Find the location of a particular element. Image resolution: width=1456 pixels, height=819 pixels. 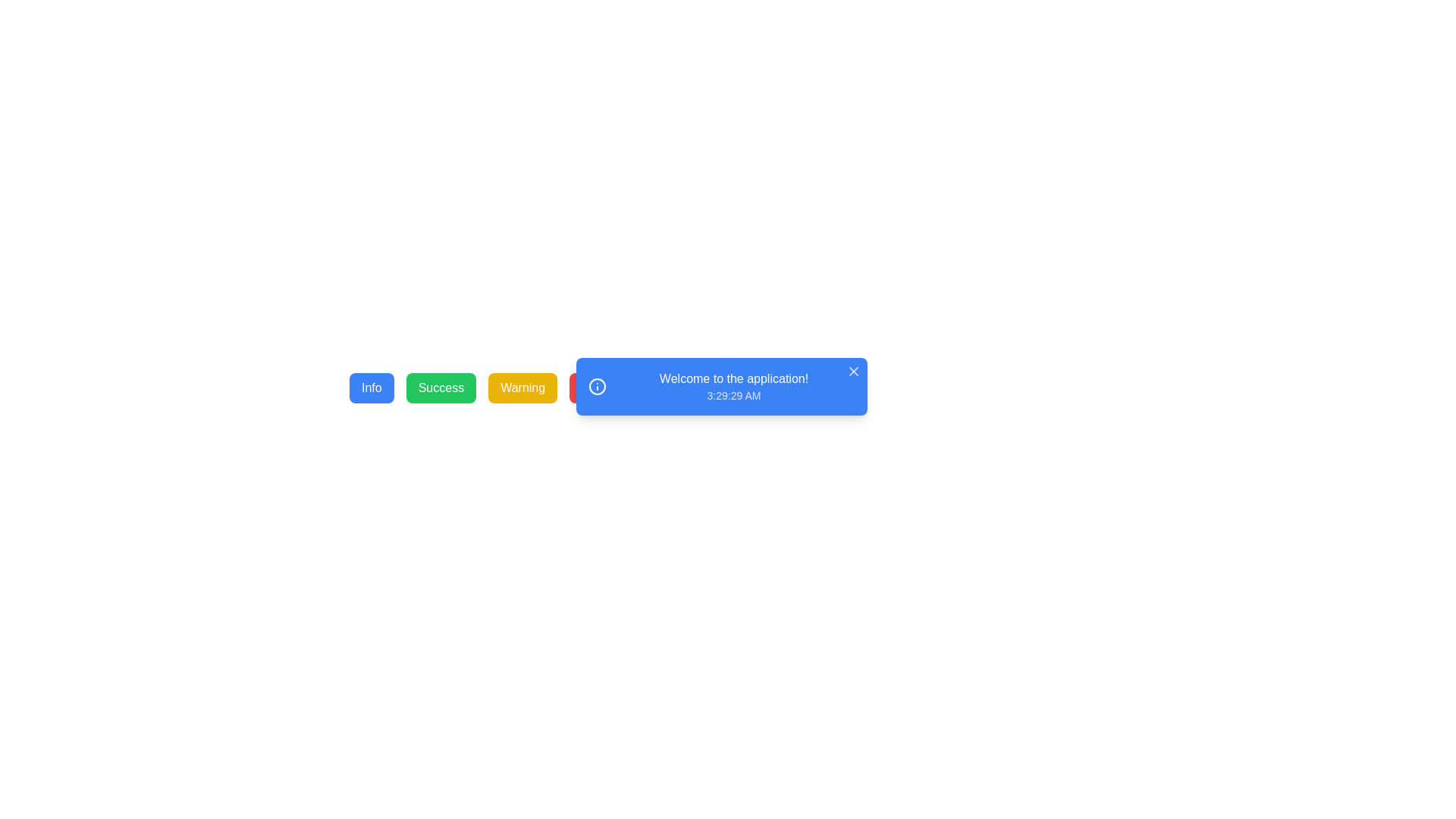

the second button in a horizontal row of buttons, positioned between the blue 'Info' button and the yellow 'Warning' button, to change its appearance is located at coordinates (440, 388).